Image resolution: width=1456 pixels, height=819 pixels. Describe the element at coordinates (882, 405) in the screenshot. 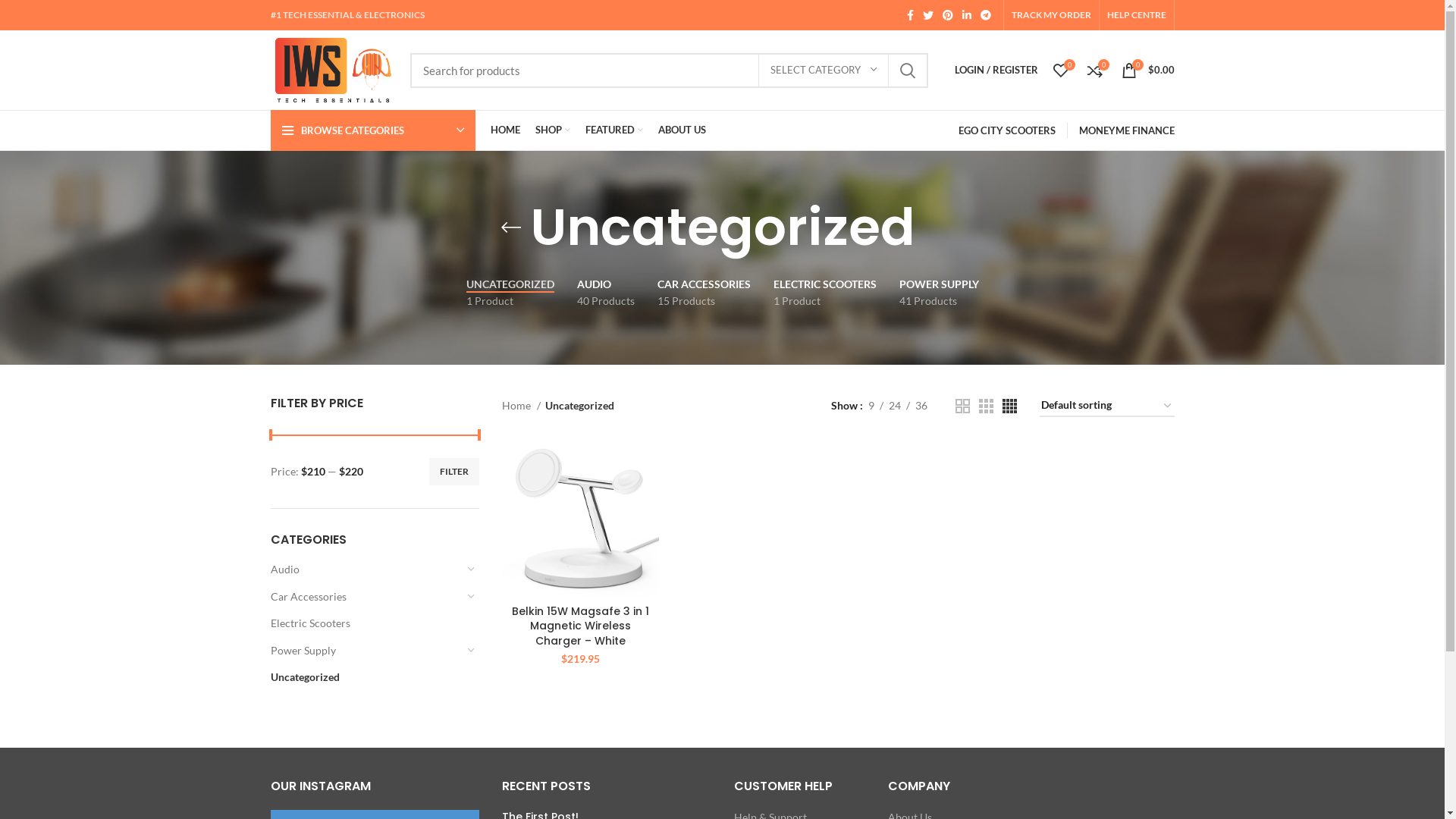

I see `'24'` at that location.